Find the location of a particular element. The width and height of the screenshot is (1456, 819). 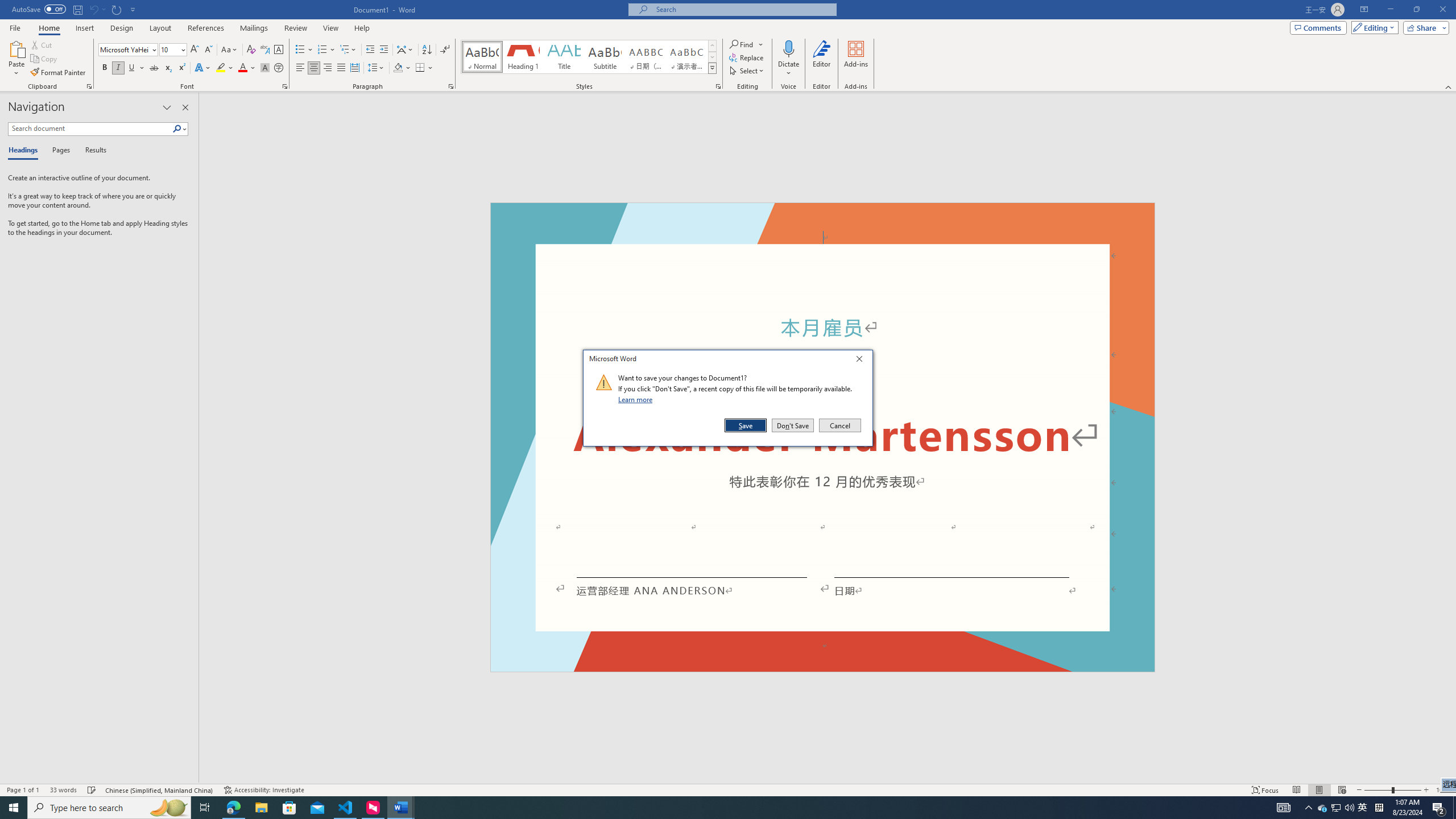

'Spelling and Grammar Check Checking' is located at coordinates (92, 790).